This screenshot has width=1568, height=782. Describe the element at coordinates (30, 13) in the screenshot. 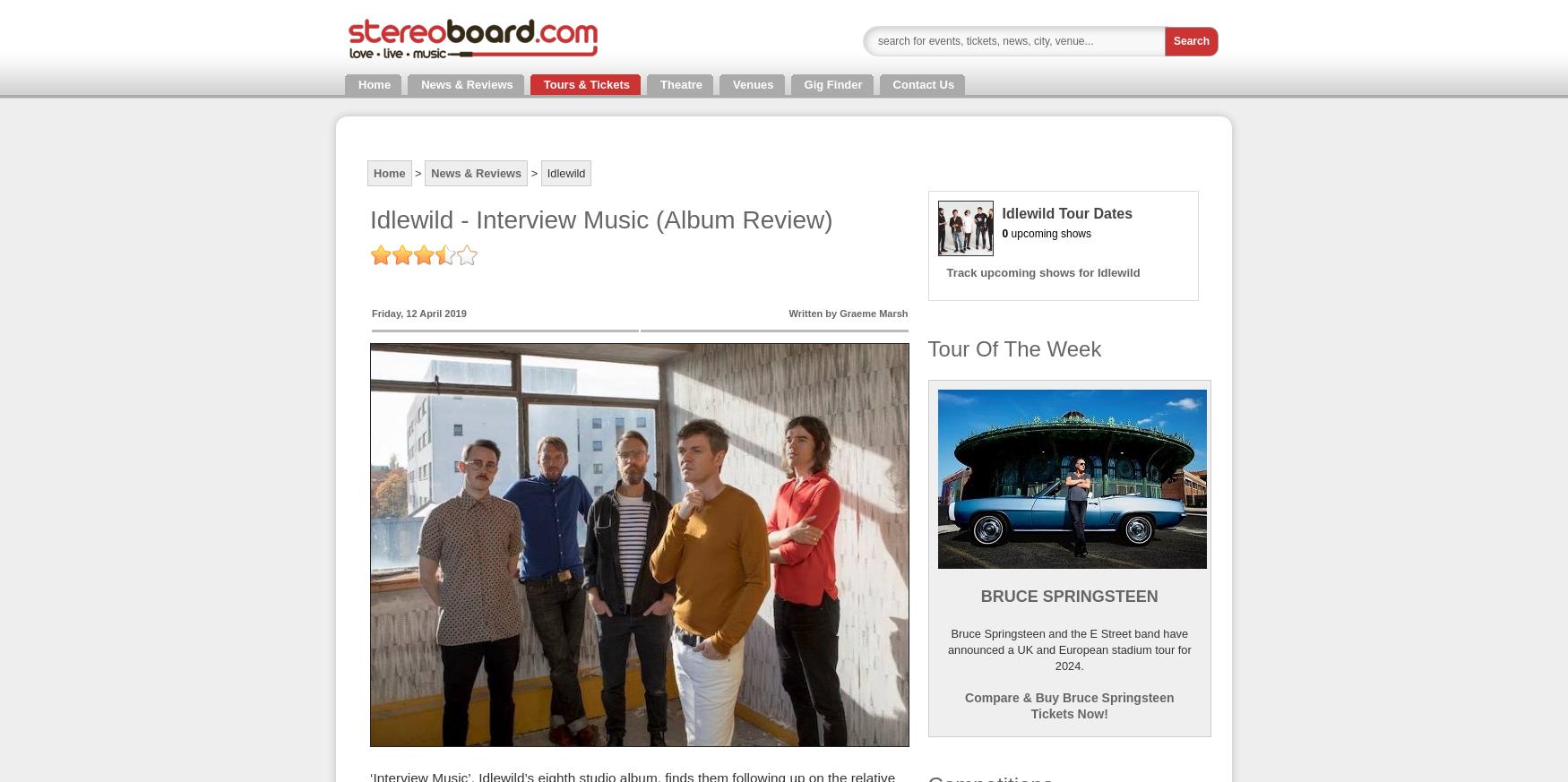

I see `'About Us'` at that location.